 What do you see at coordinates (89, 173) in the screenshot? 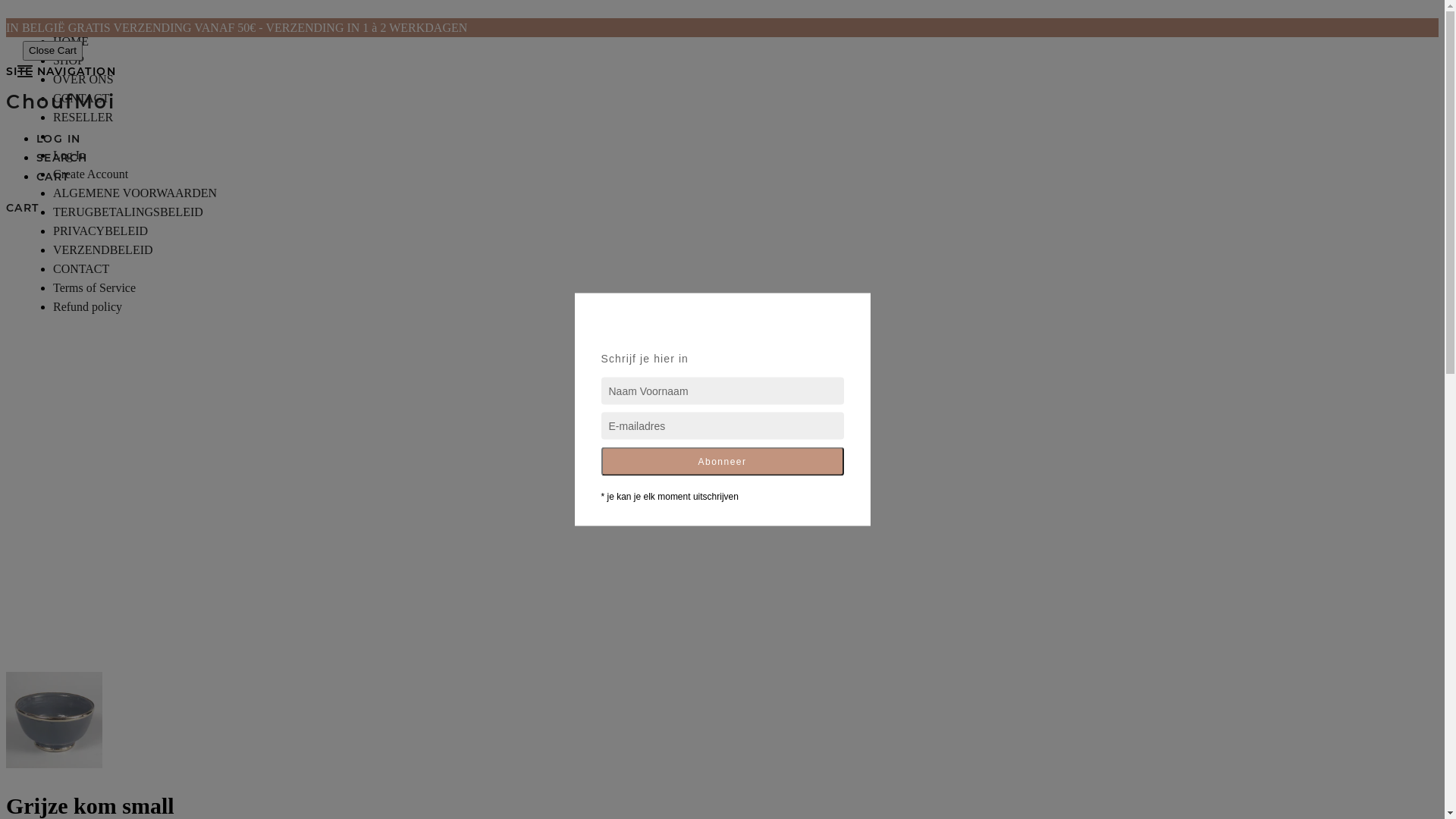
I see `'Create Account'` at bounding box center [89, 173].